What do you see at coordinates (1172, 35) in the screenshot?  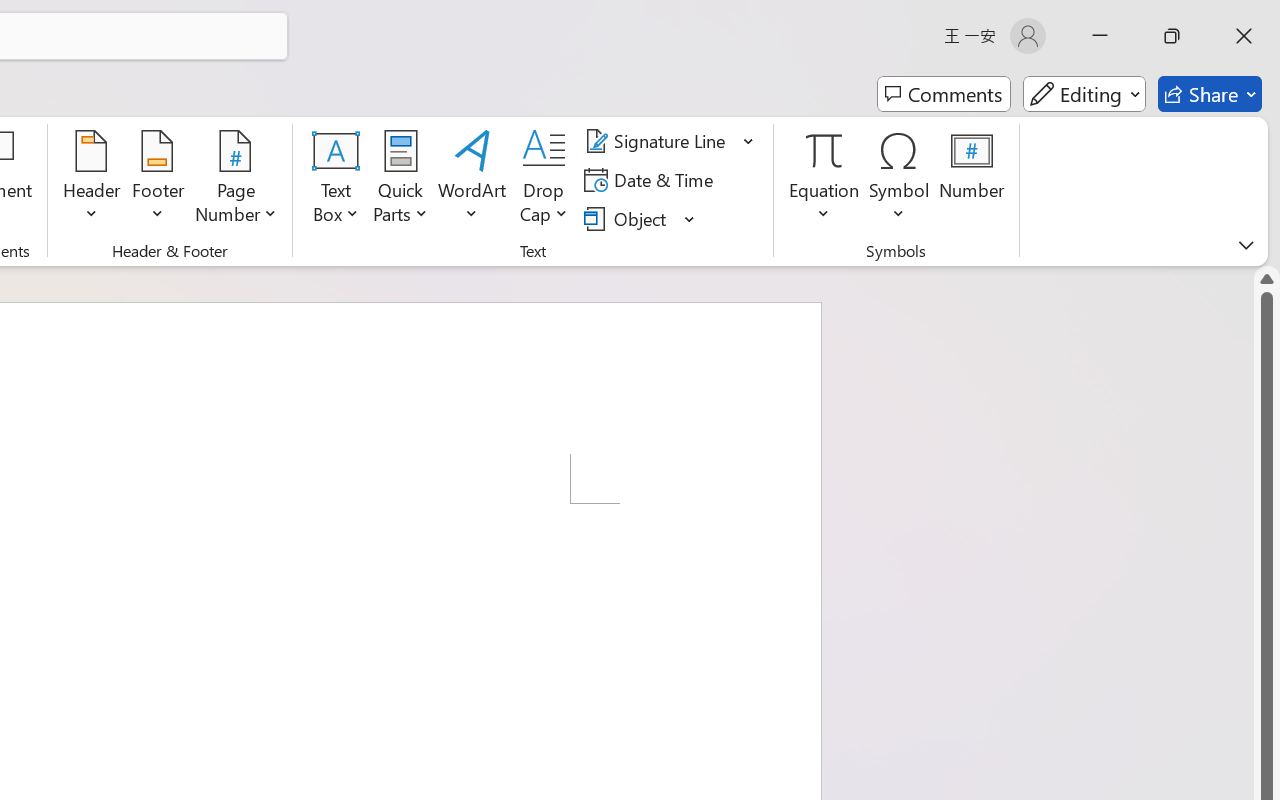 I see `'Restore Down'` at bounding box center [1172, 35].